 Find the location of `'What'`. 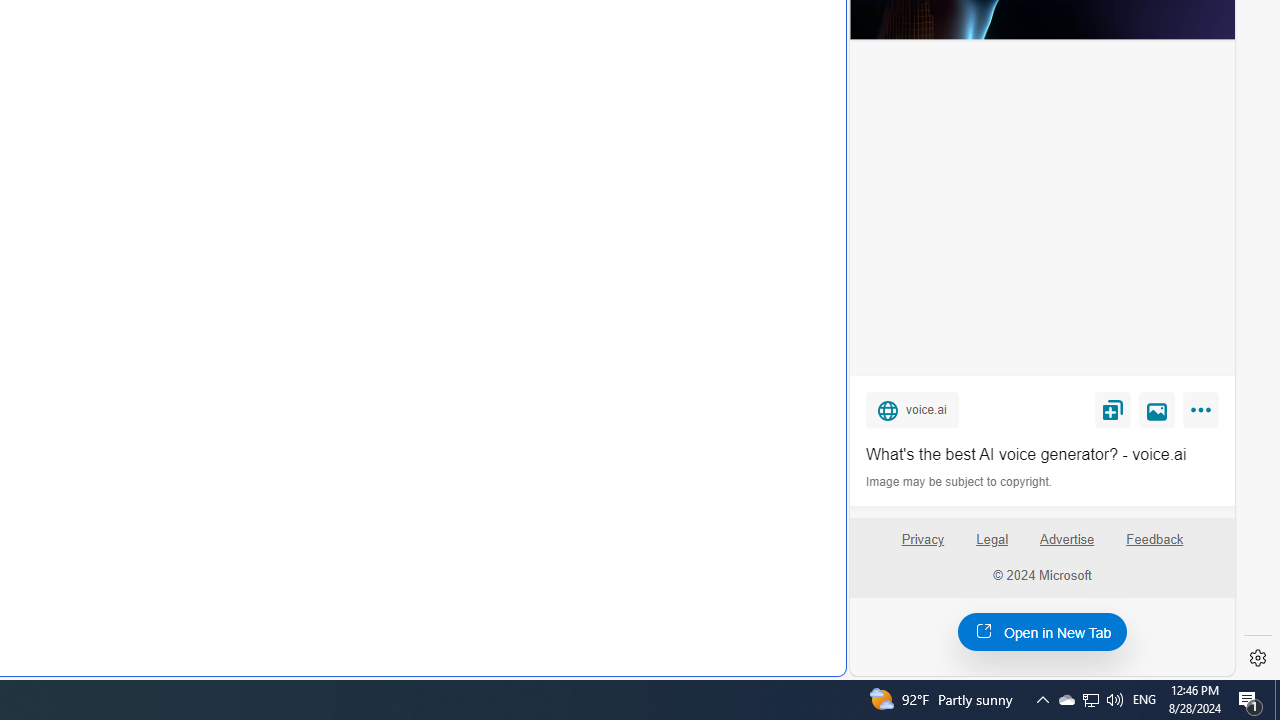

'What' is located at coordinates (1041, 455).